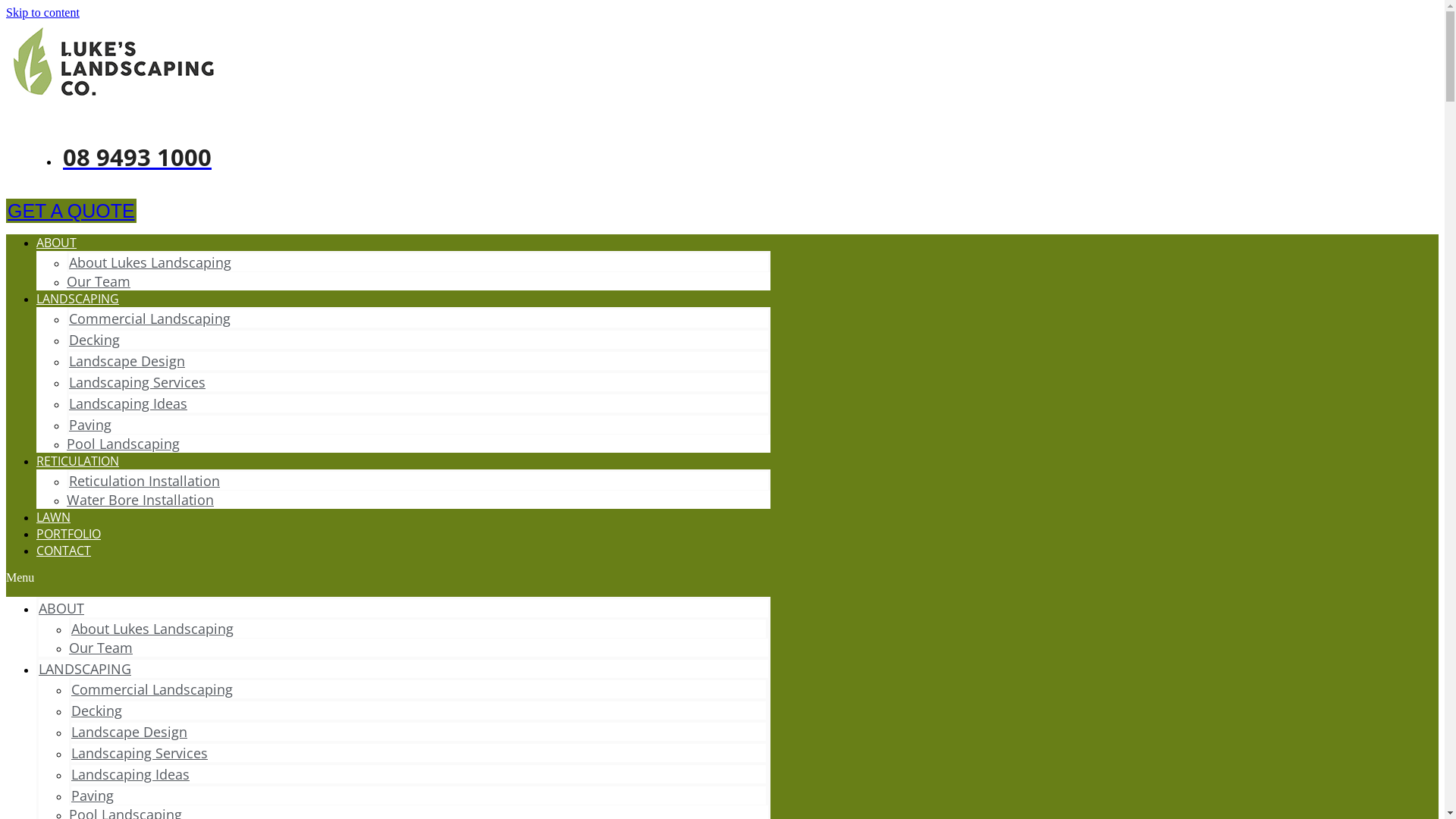  I want to click on 'About Lukes Landscaping', so click(149, 262).